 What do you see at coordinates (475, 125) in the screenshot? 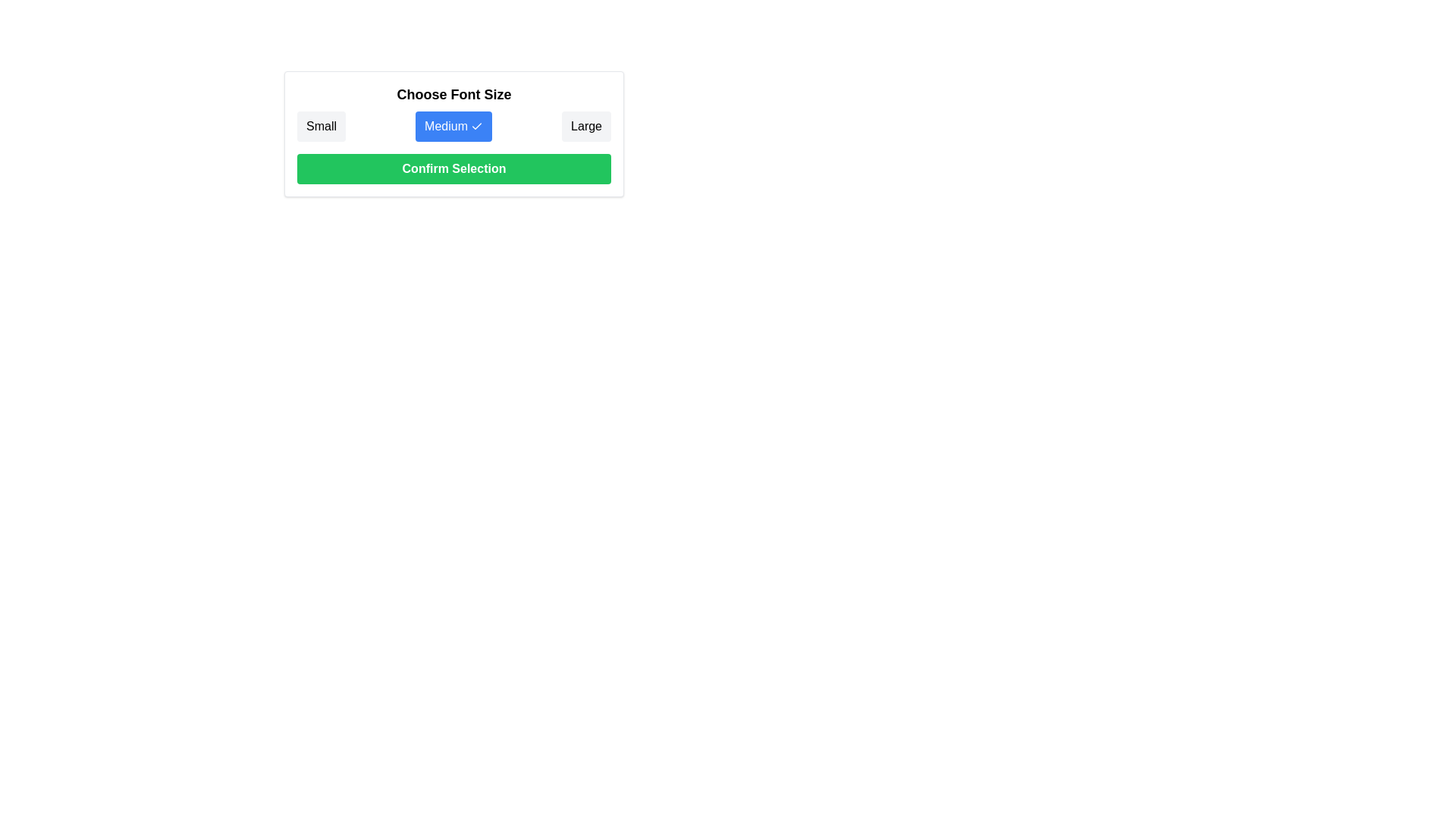
I see `the icon indicating the selection status of the 'Medium' font size option, which is visually represented within the 'Medium' button, affirming it as the currently chosen option` at bounding box center [475, 125].